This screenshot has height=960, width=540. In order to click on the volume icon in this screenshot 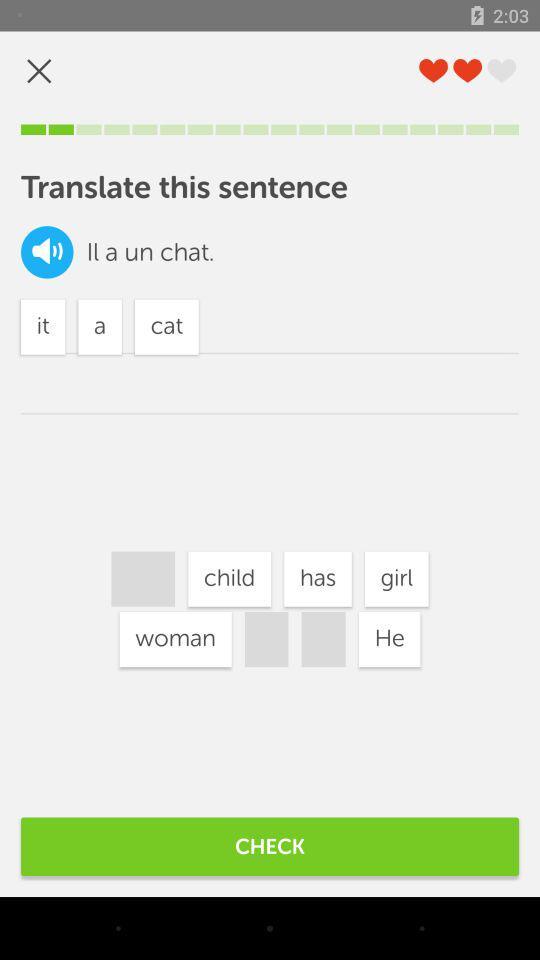, I will do `click(47, 251)`.